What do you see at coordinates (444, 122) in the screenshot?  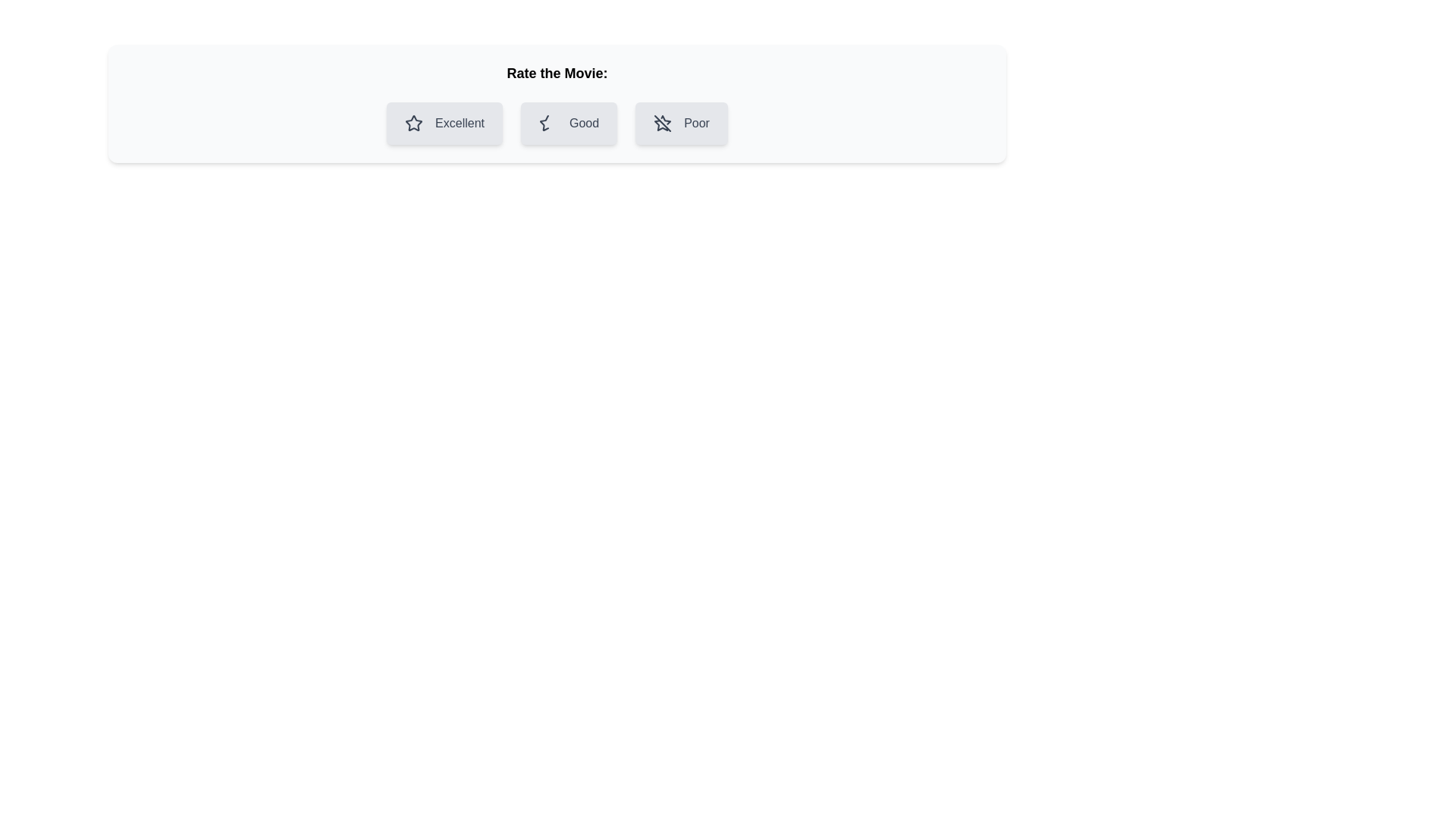 I see `the rating chip labeled Excellent by clicking on it` at bounding box center [444, 122].